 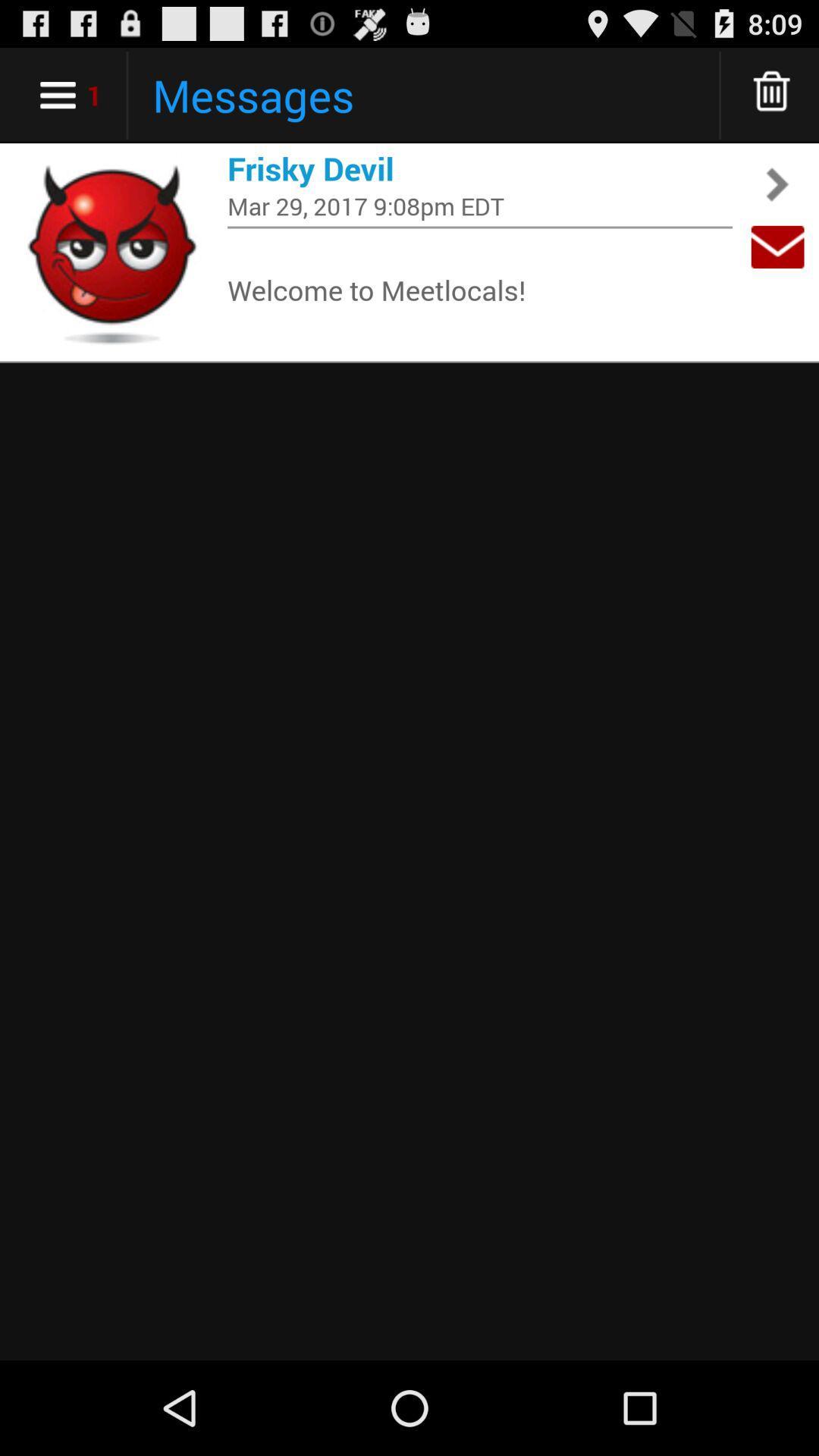 What do you see at coordinates (479, 168) in the screenshot?
I see `frisky devil icon` at bounding box center [479, 168].